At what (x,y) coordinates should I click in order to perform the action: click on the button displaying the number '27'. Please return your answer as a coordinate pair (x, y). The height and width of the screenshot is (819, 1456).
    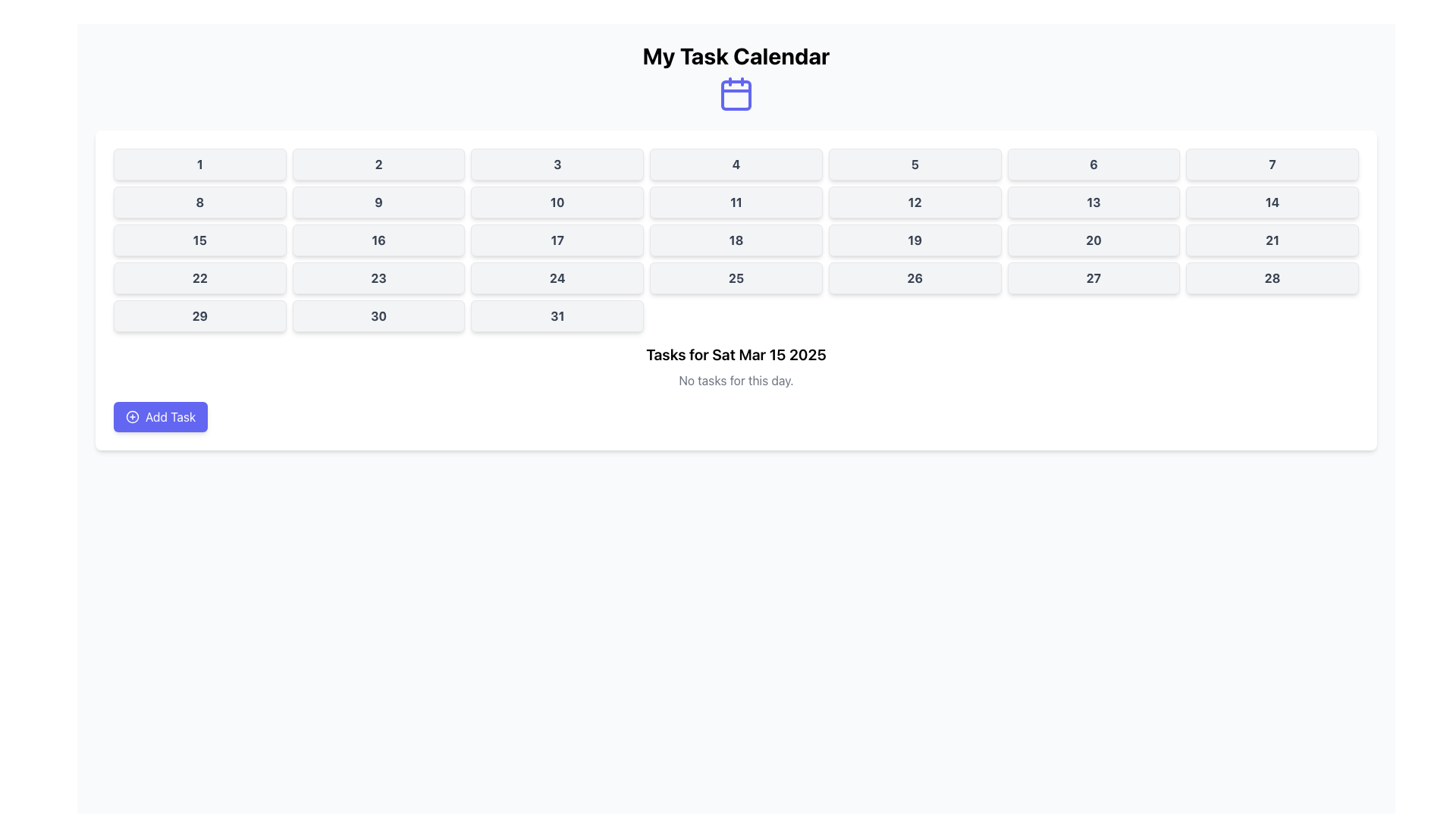
    Looking at the image, I should click on (1094, 278).